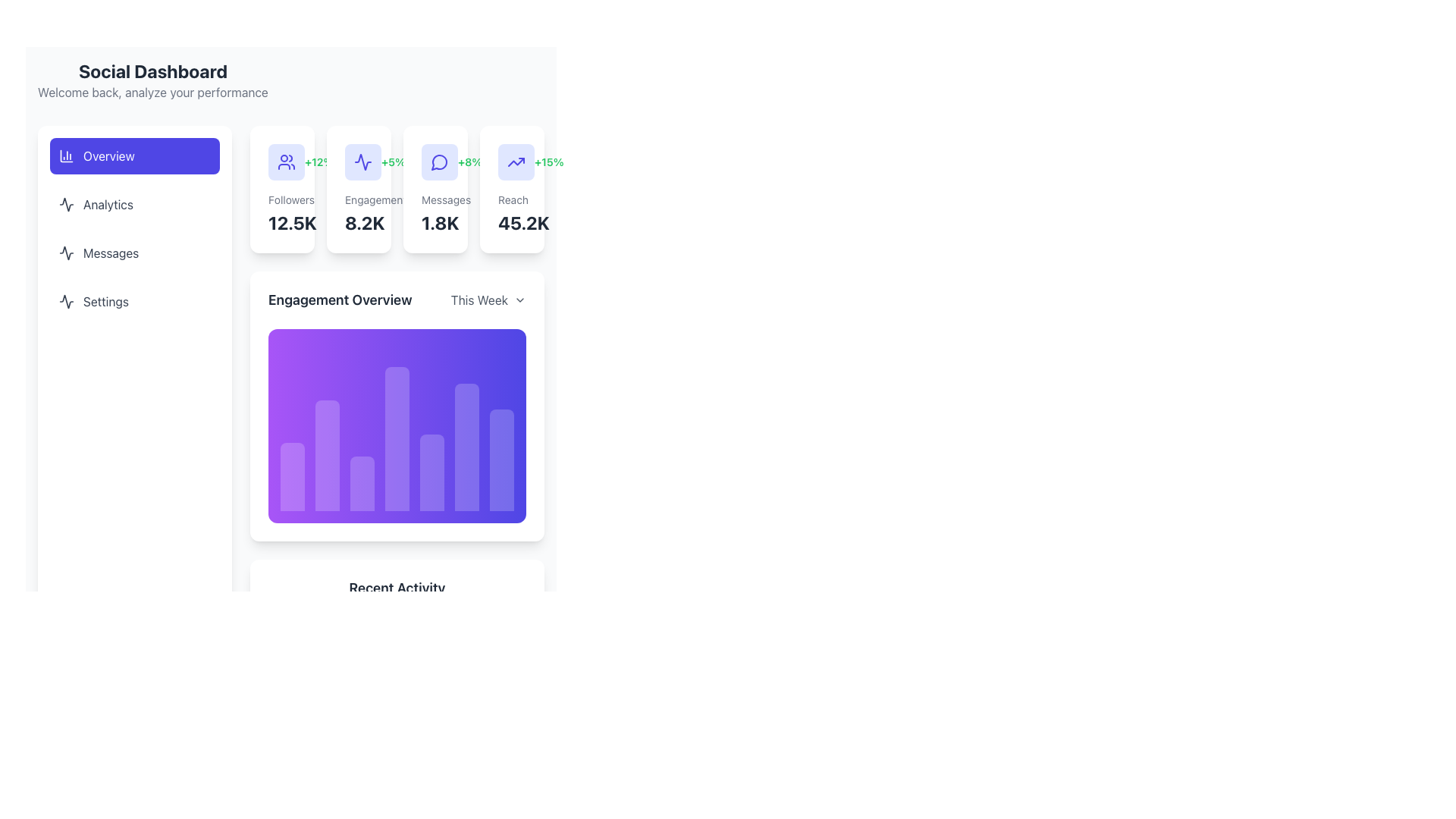  Describe the element at coordinates (65, 253) in the screenshot. I see `the line-style icon depicting an activity or waveform located in the vertical navigation menu, adjacent to the 'Messages' label` at that location.